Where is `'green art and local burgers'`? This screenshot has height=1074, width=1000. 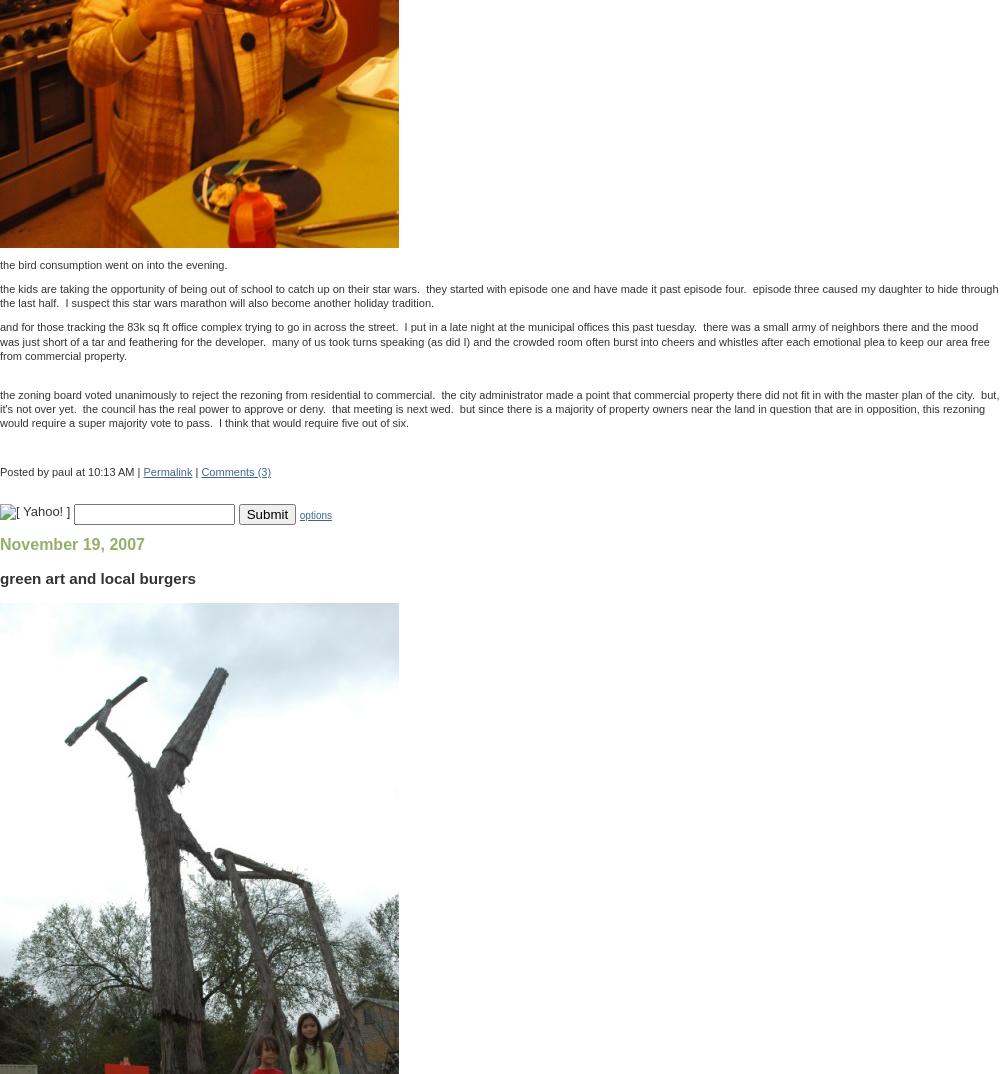
'green art and local burgers' is located at coordinates (0, 577).